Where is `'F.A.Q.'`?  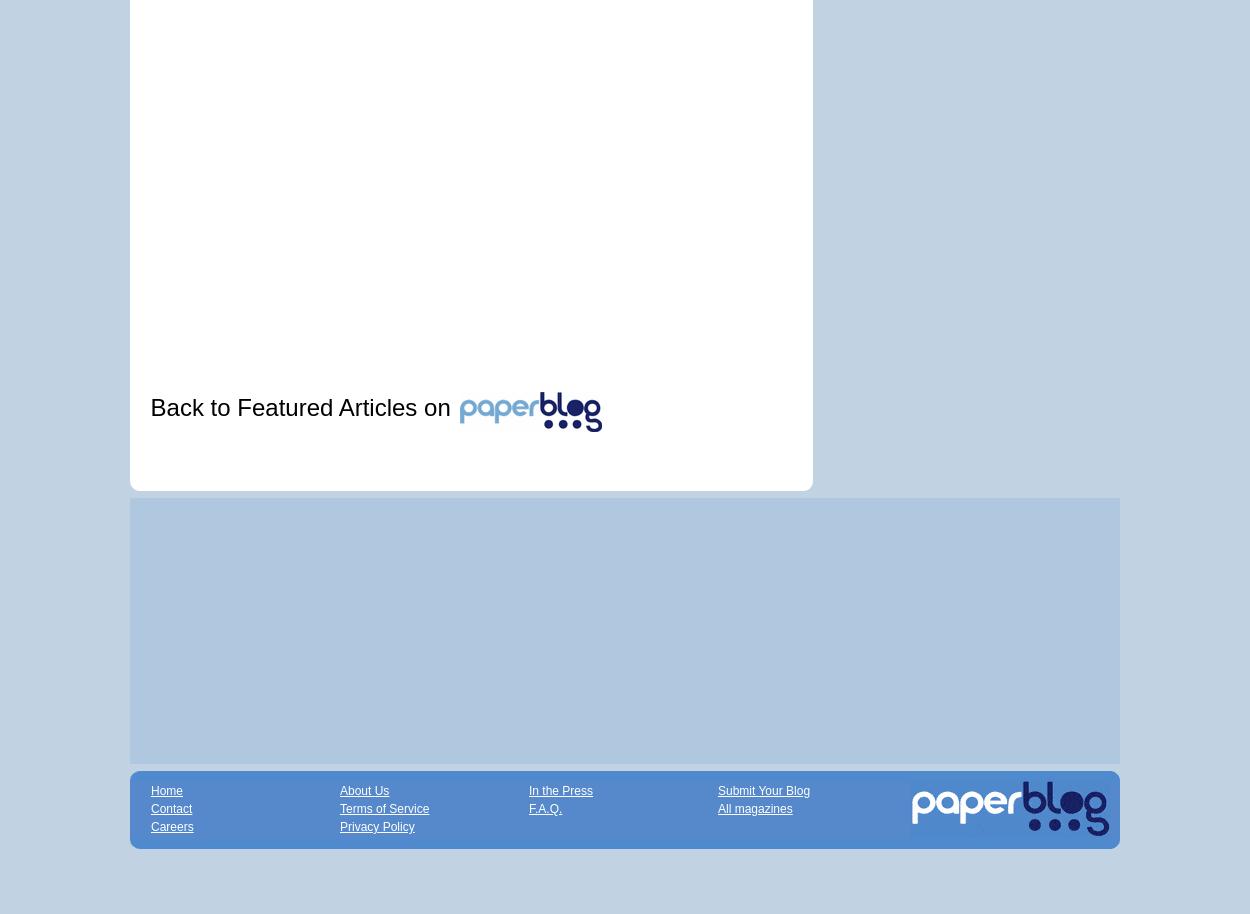
'F.A.Q.' is located at coordinates (545, 807).